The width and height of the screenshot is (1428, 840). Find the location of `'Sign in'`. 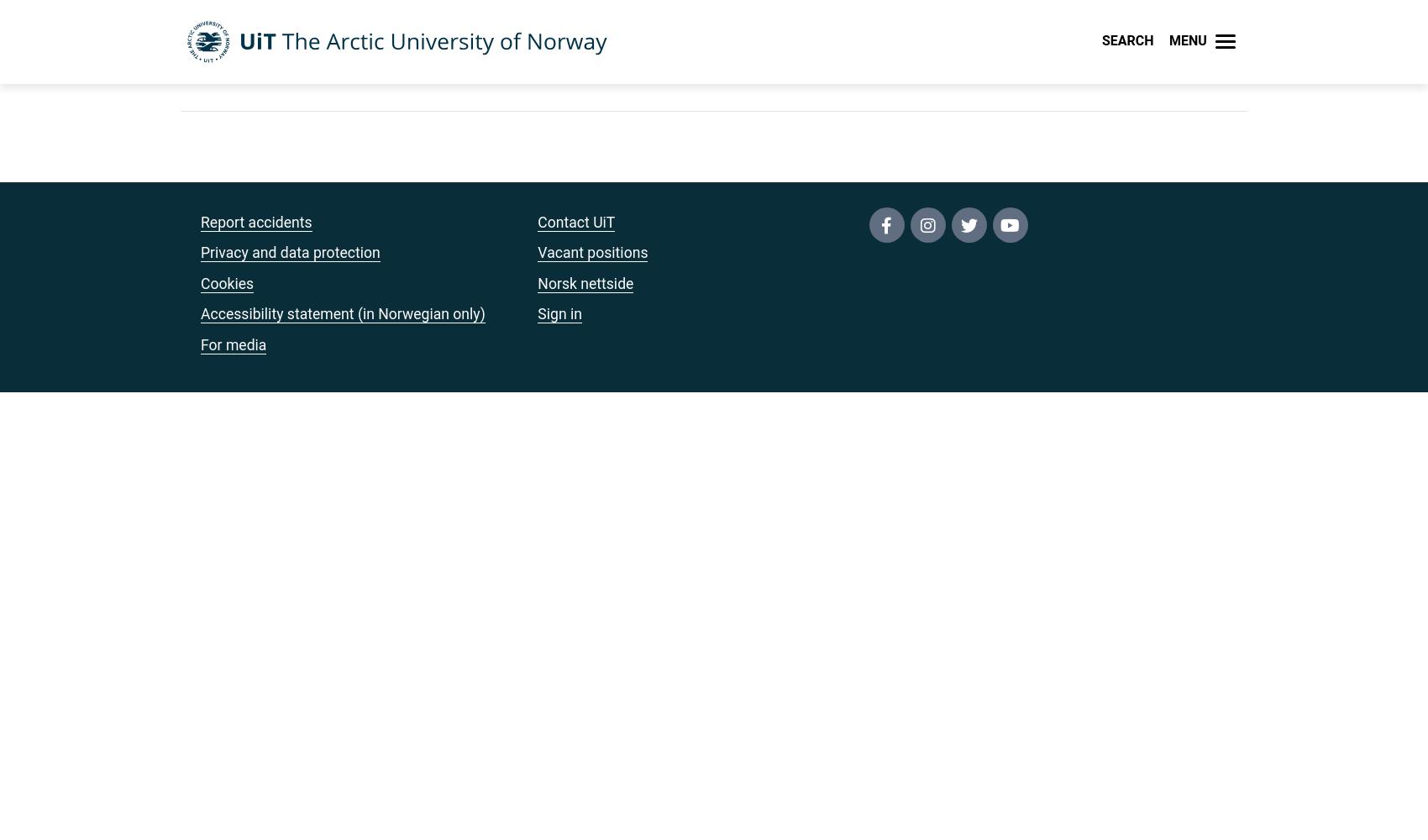

'Sign in' is located at coordinates (559, 313).